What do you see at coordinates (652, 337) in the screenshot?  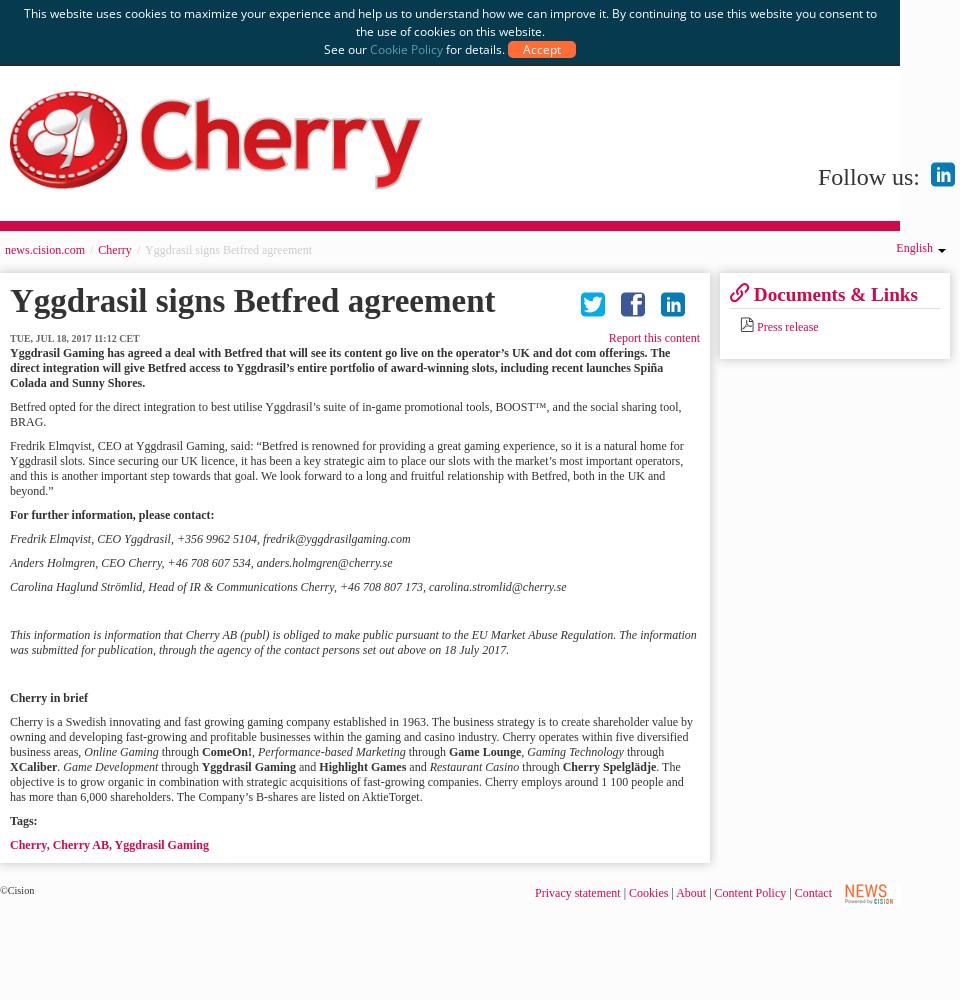 I see `'Report this content'` at bounding box center [652, 337].